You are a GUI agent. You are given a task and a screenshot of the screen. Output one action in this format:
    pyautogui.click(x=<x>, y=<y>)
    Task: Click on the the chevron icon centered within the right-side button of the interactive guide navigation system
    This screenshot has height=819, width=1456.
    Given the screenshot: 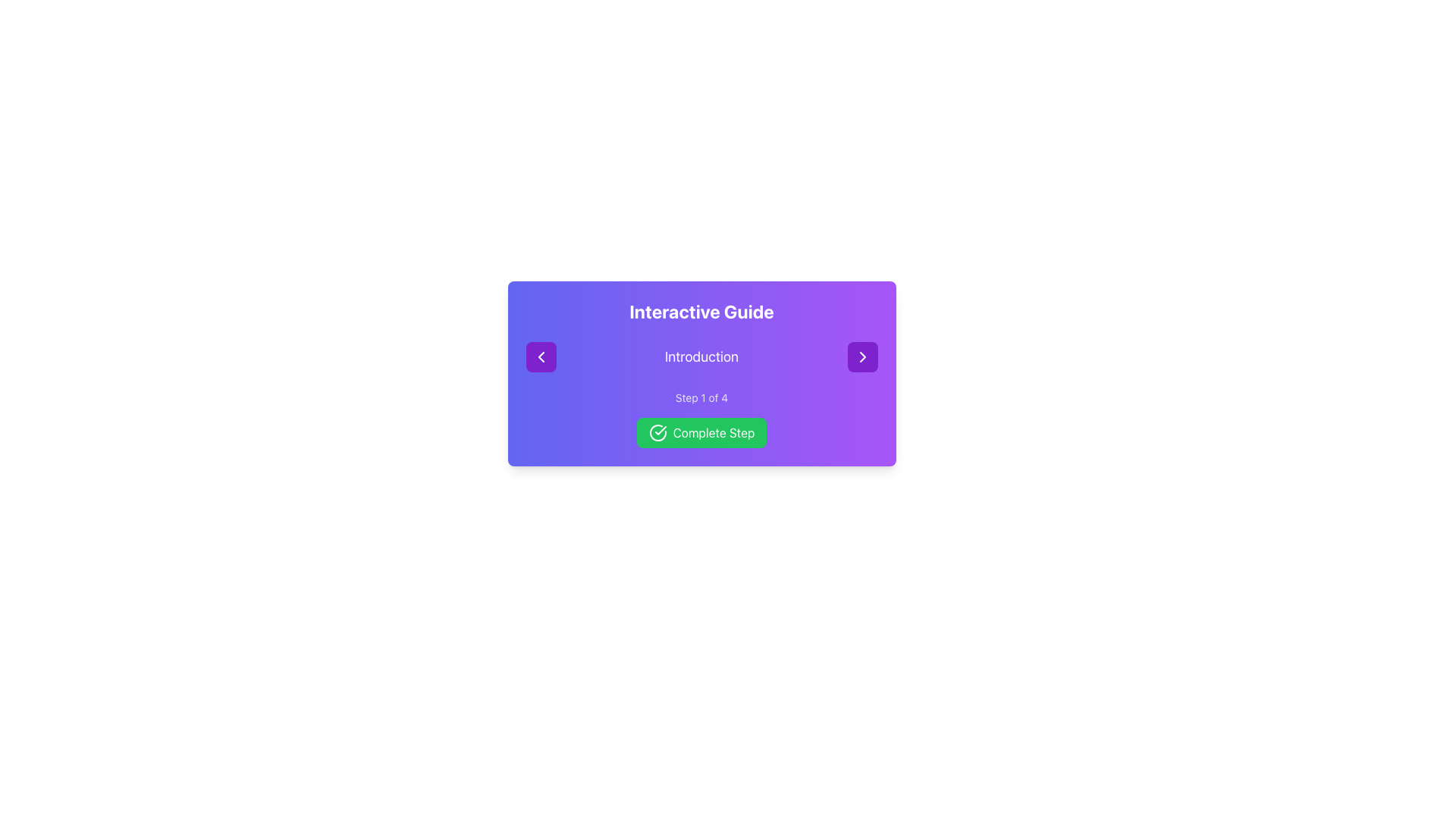 What is the action you would take?
    pyautogui.click(x=862, y=356)
    